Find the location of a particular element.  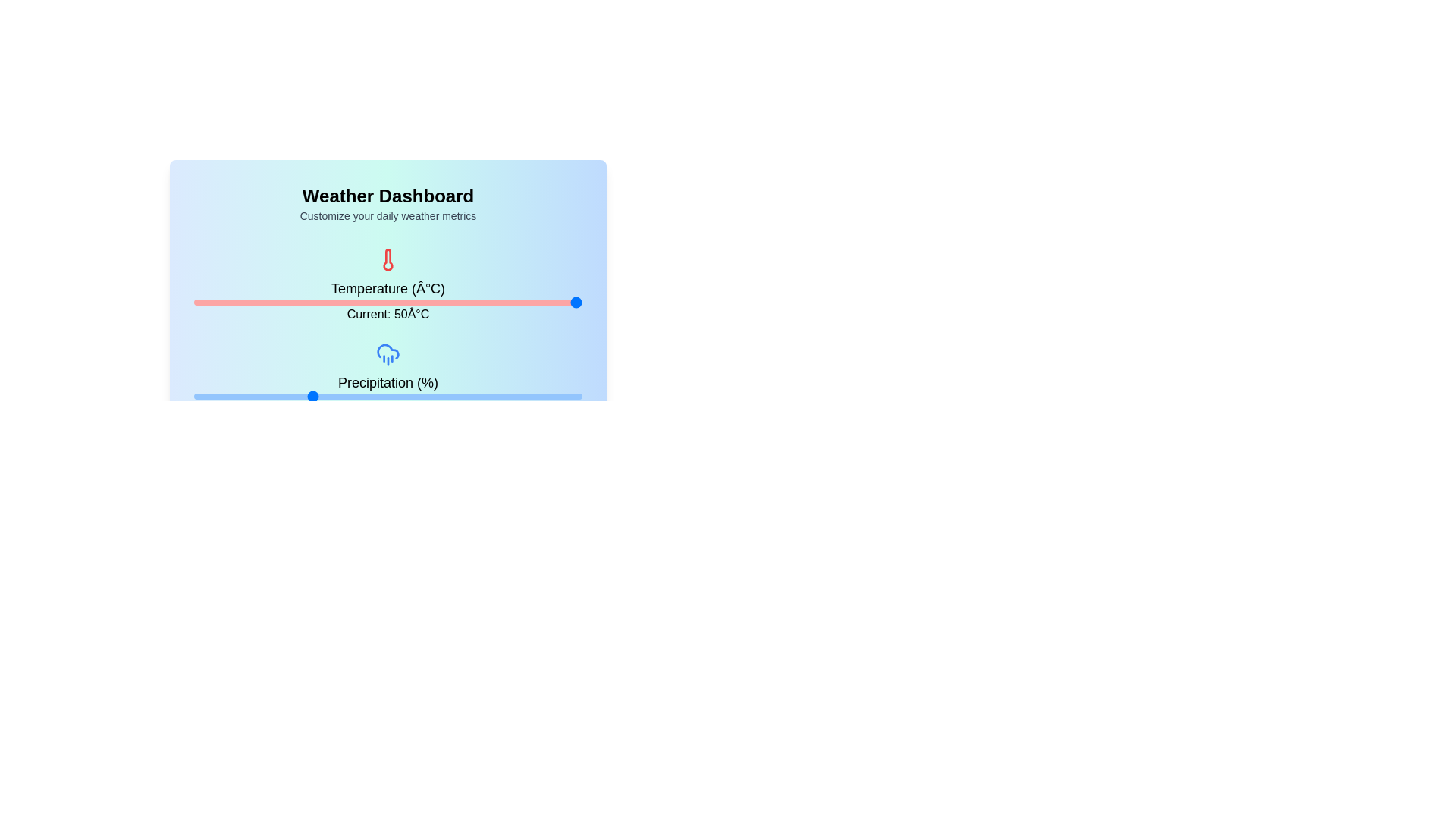

the temperature is located at coordinates (215, 302).